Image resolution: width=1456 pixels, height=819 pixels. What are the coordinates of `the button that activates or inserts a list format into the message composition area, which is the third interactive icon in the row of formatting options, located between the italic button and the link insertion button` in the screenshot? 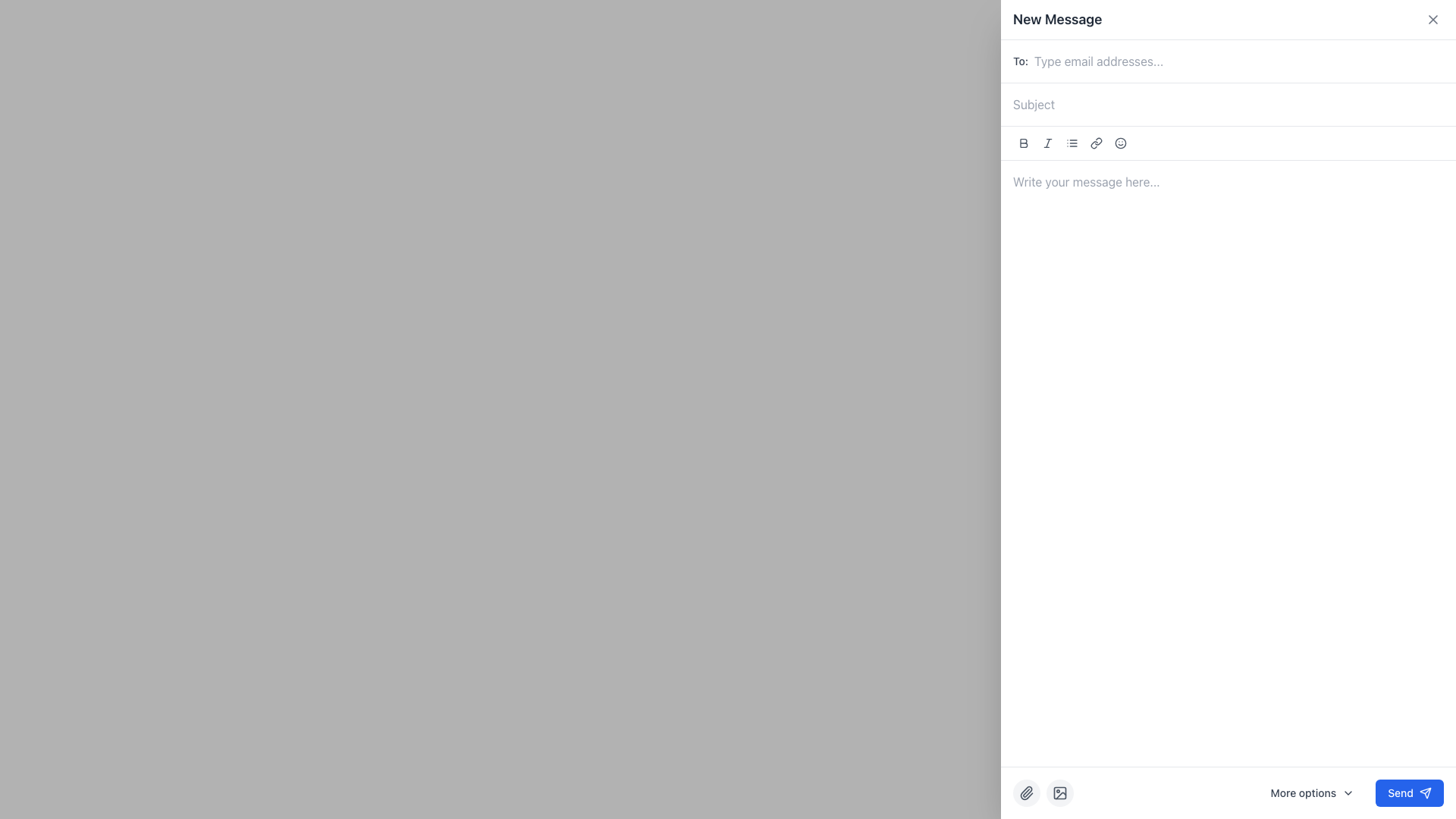 It's located at (1072, 143).